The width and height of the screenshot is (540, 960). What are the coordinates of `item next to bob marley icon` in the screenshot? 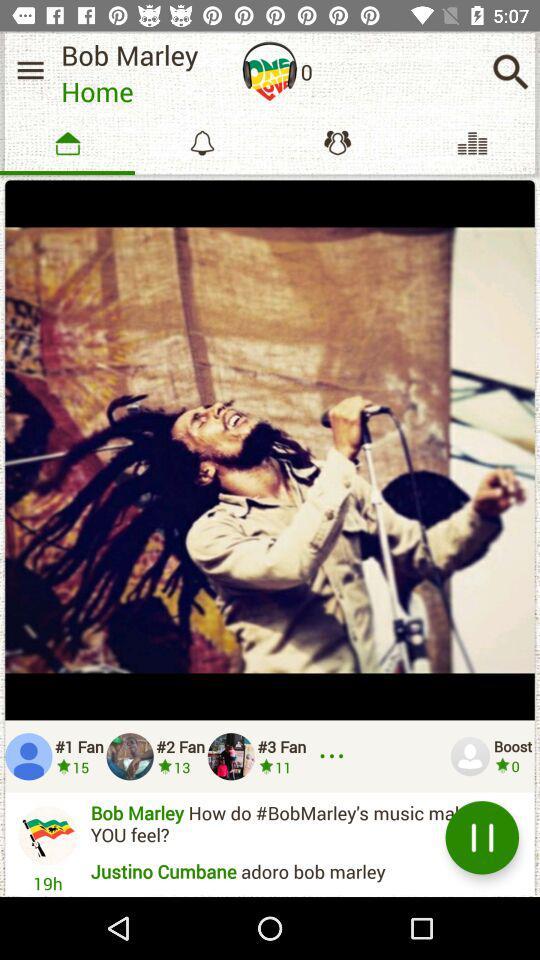 It's located at (270, 71).